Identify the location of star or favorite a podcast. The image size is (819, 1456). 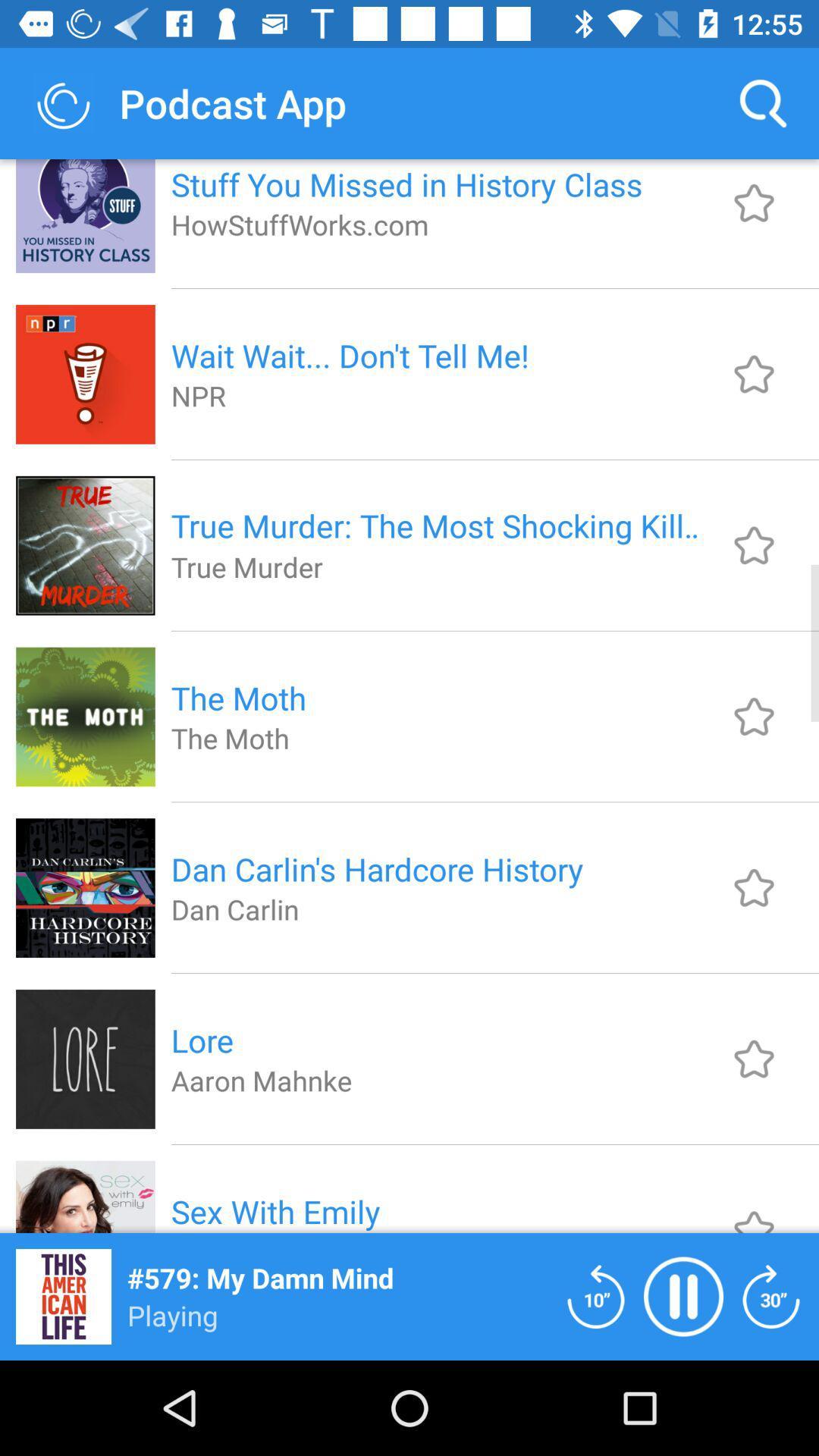
(754, 716).